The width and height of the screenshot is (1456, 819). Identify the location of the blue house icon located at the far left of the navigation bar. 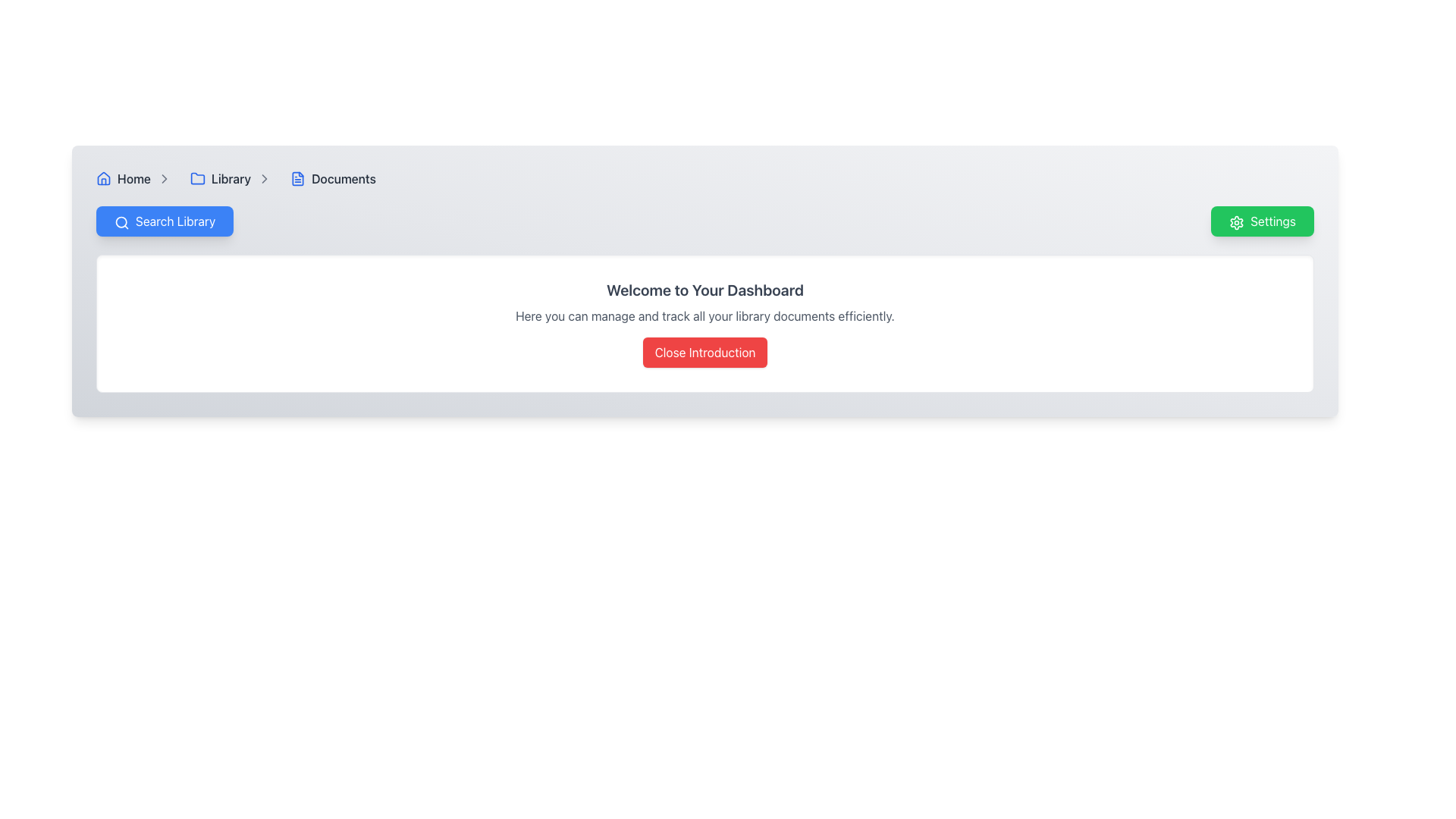
(103, 177).